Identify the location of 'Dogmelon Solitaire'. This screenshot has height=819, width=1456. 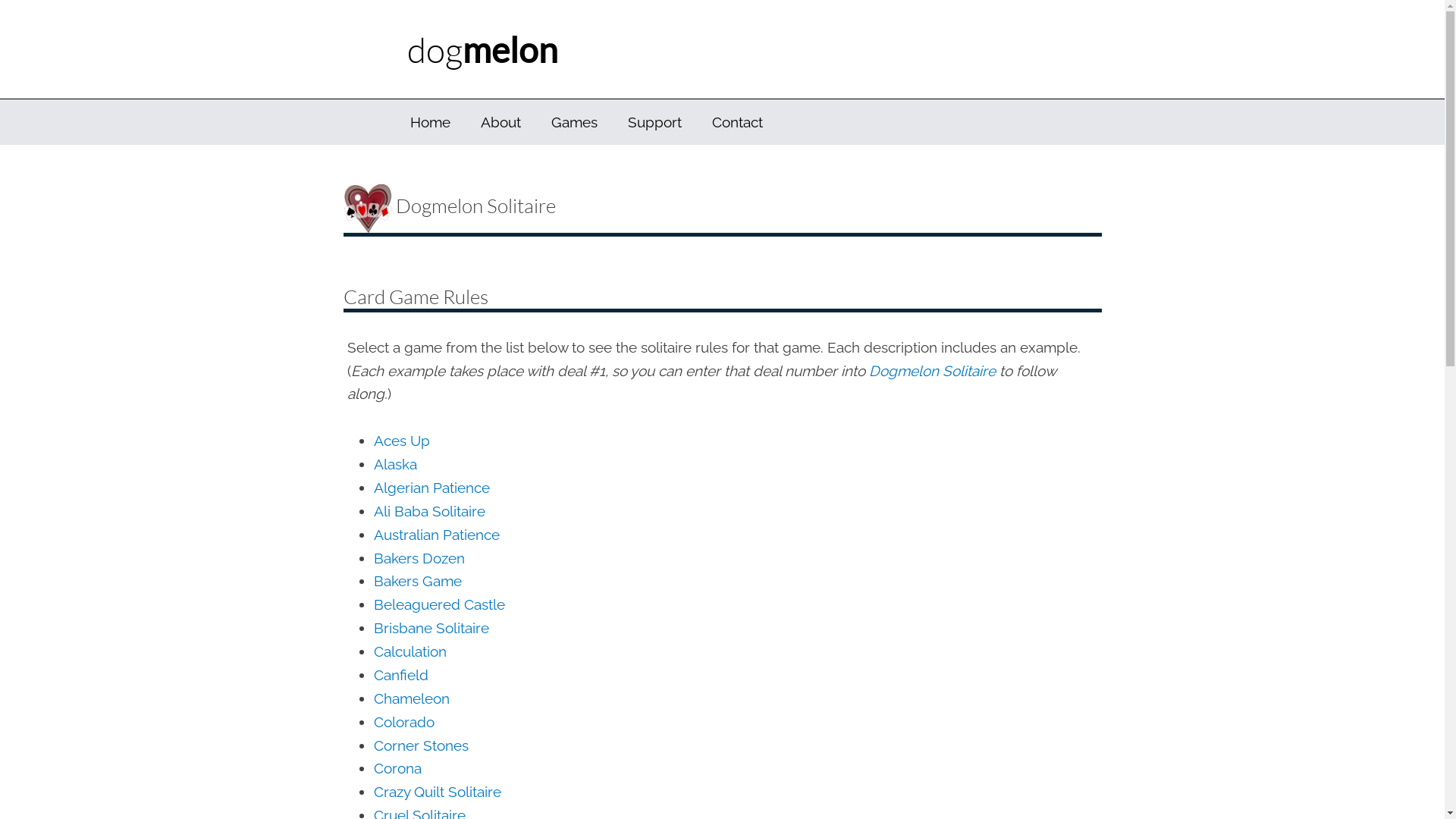
(931, 371).